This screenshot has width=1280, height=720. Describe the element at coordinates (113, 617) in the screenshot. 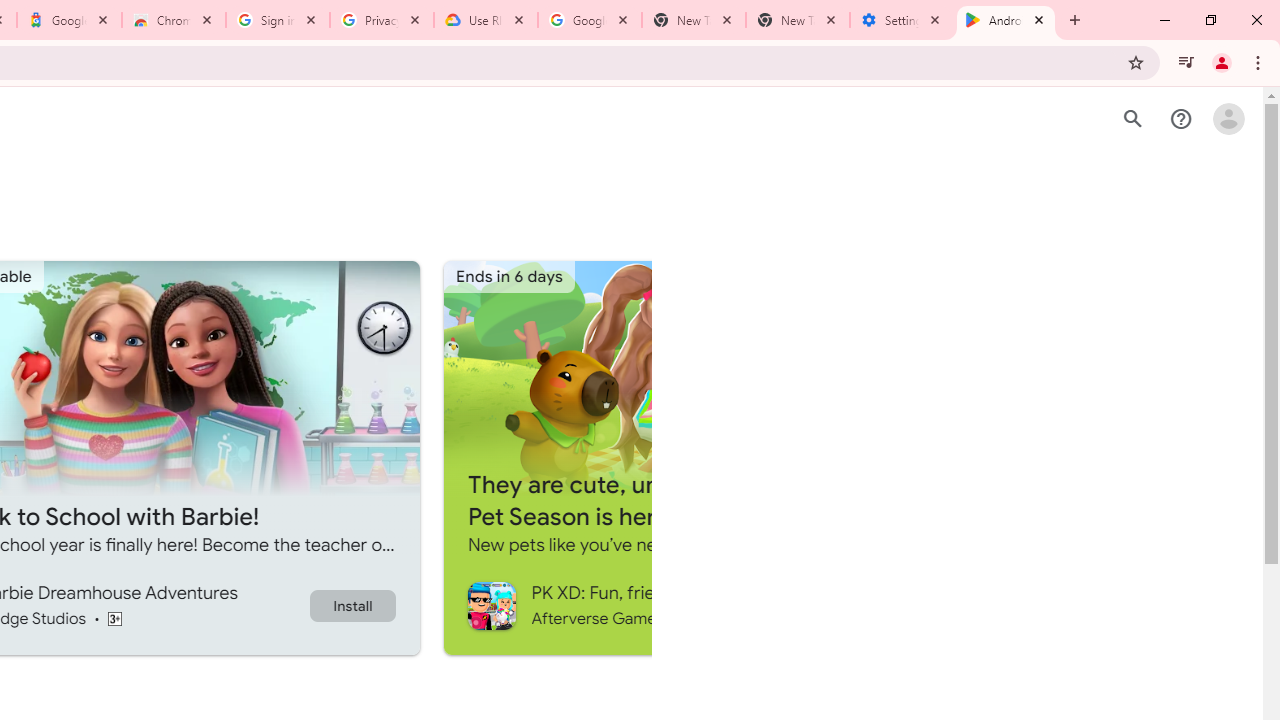

I see `'Content rating Rated for 3+'` at that location.